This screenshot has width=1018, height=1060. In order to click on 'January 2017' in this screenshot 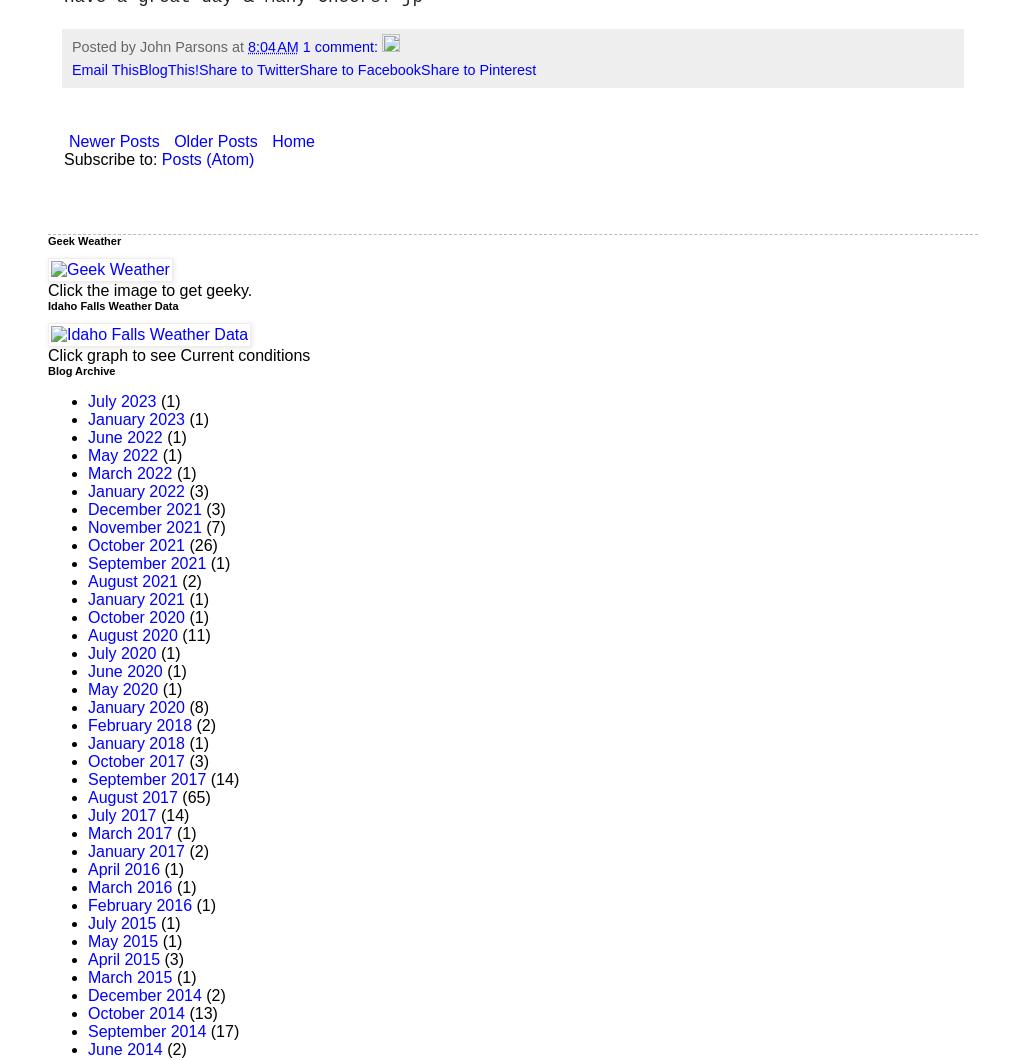, I will do `click(135, 851)`.